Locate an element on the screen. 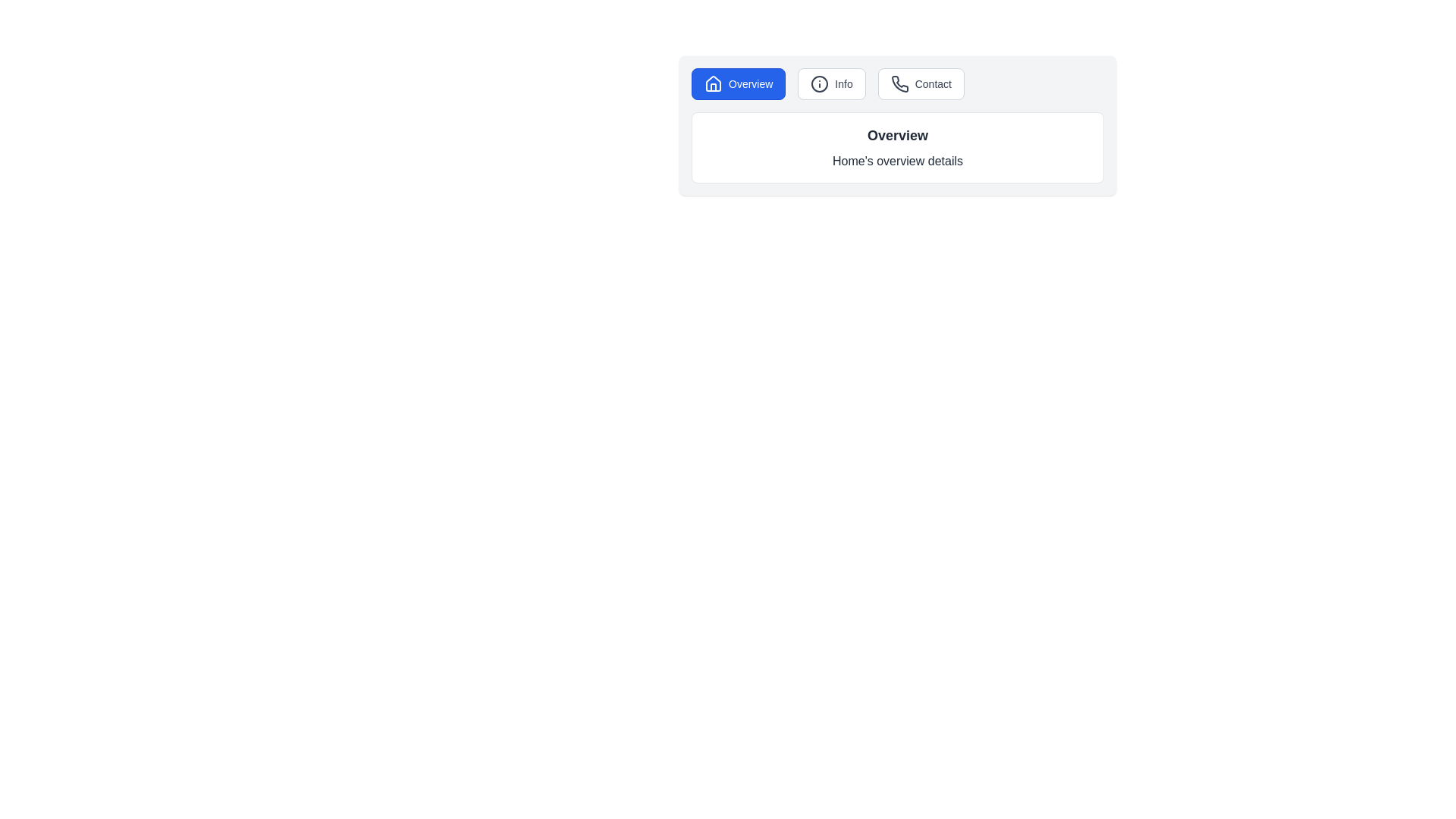 The height and width of the screenshot is (819, 1456). the Overview tab to view its content is located at coordinates (739, 84).